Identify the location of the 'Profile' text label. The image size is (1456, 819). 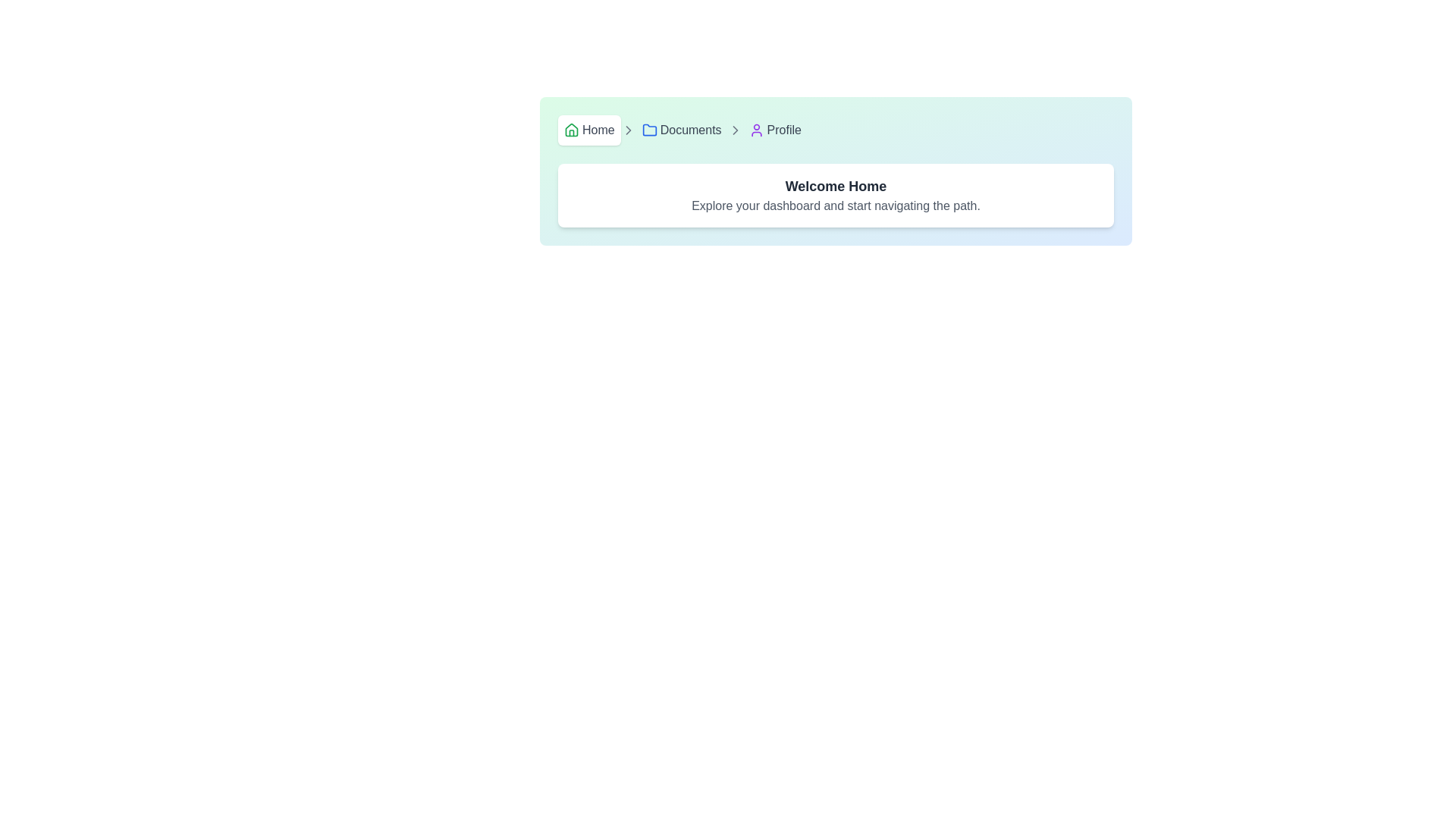
(783, 130).